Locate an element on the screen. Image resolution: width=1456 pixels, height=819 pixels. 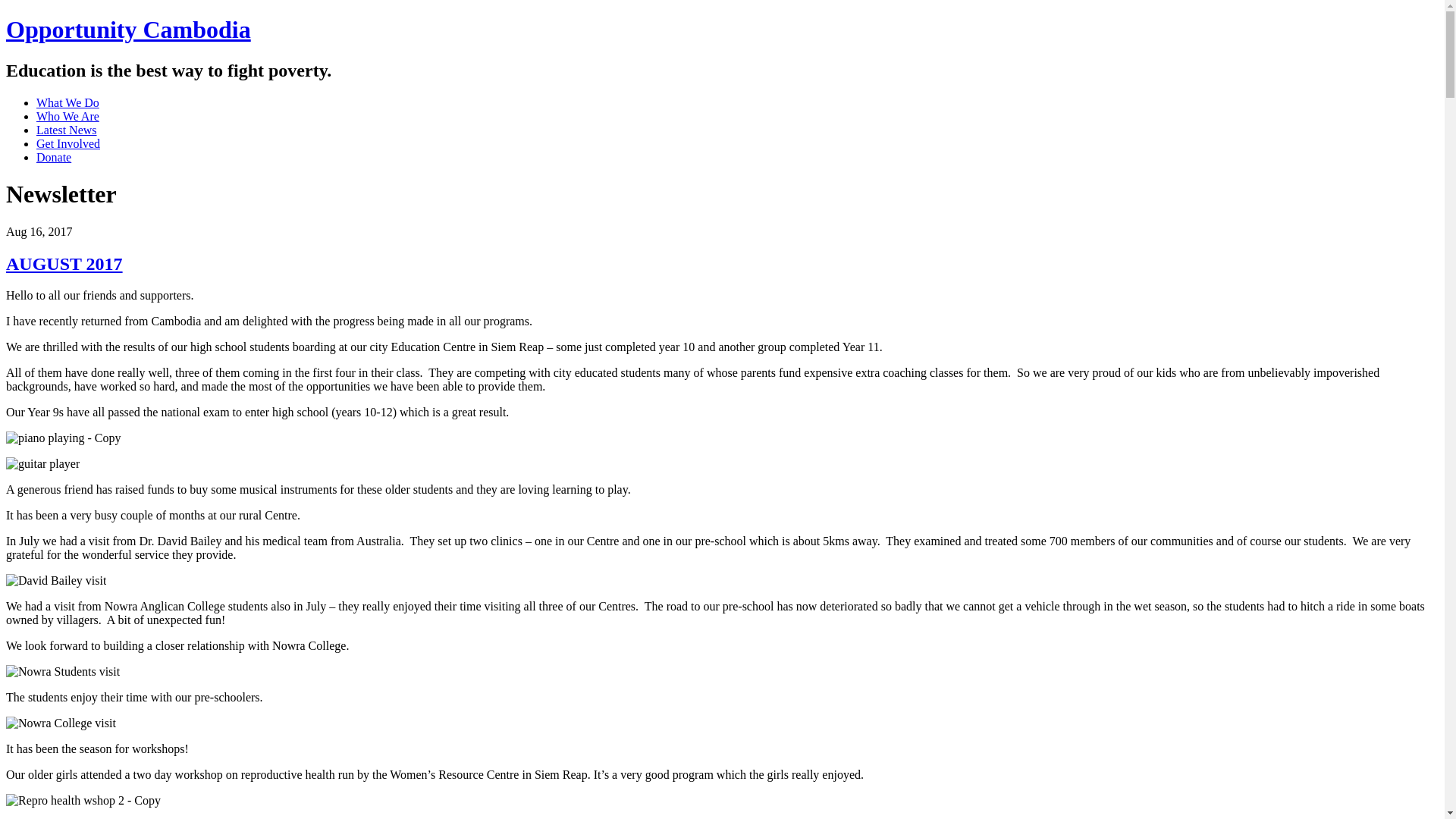
'Donate' is located at coordinates (54, 157).